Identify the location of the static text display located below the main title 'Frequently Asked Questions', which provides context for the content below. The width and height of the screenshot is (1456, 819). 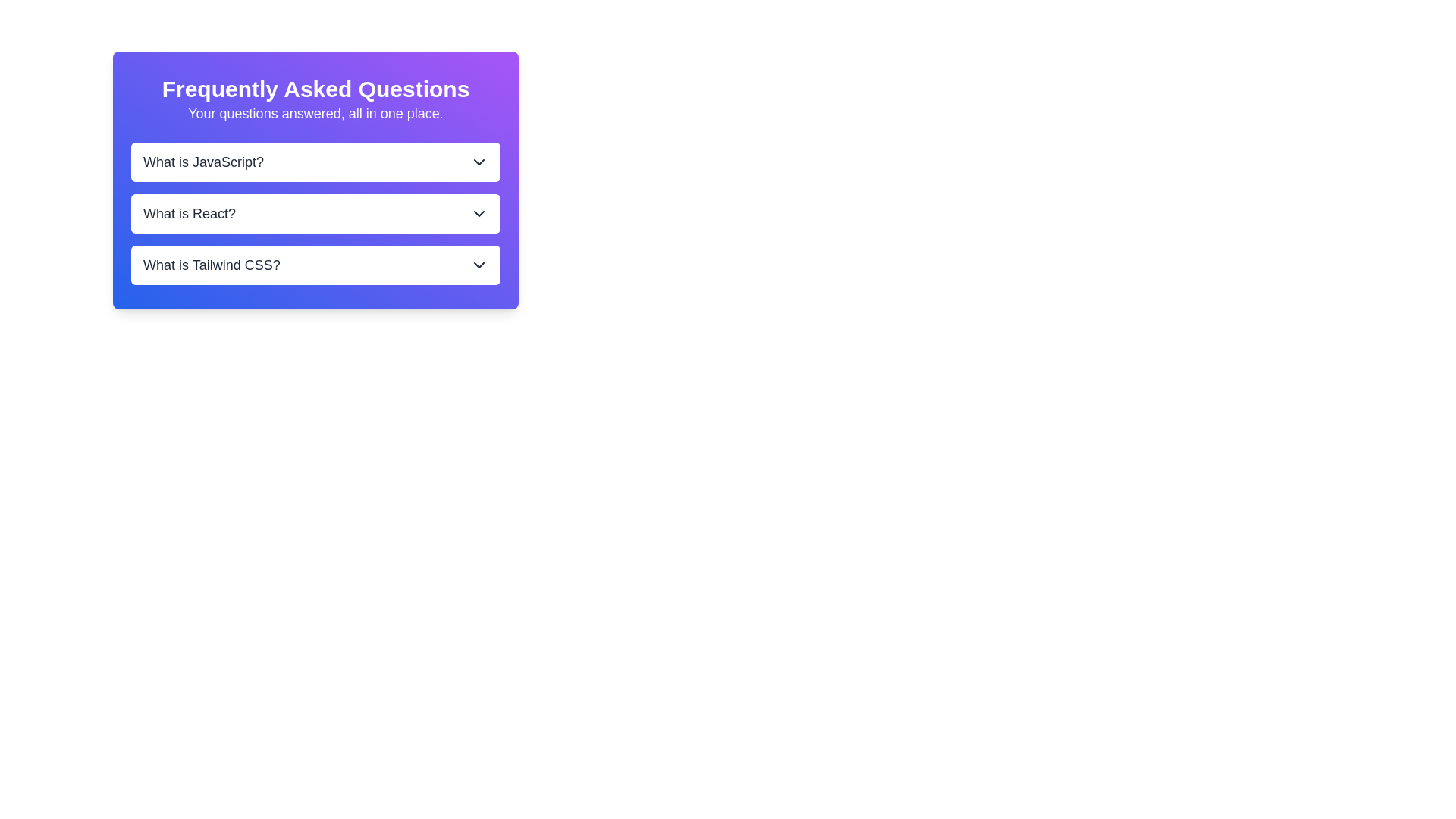
(315, 113).